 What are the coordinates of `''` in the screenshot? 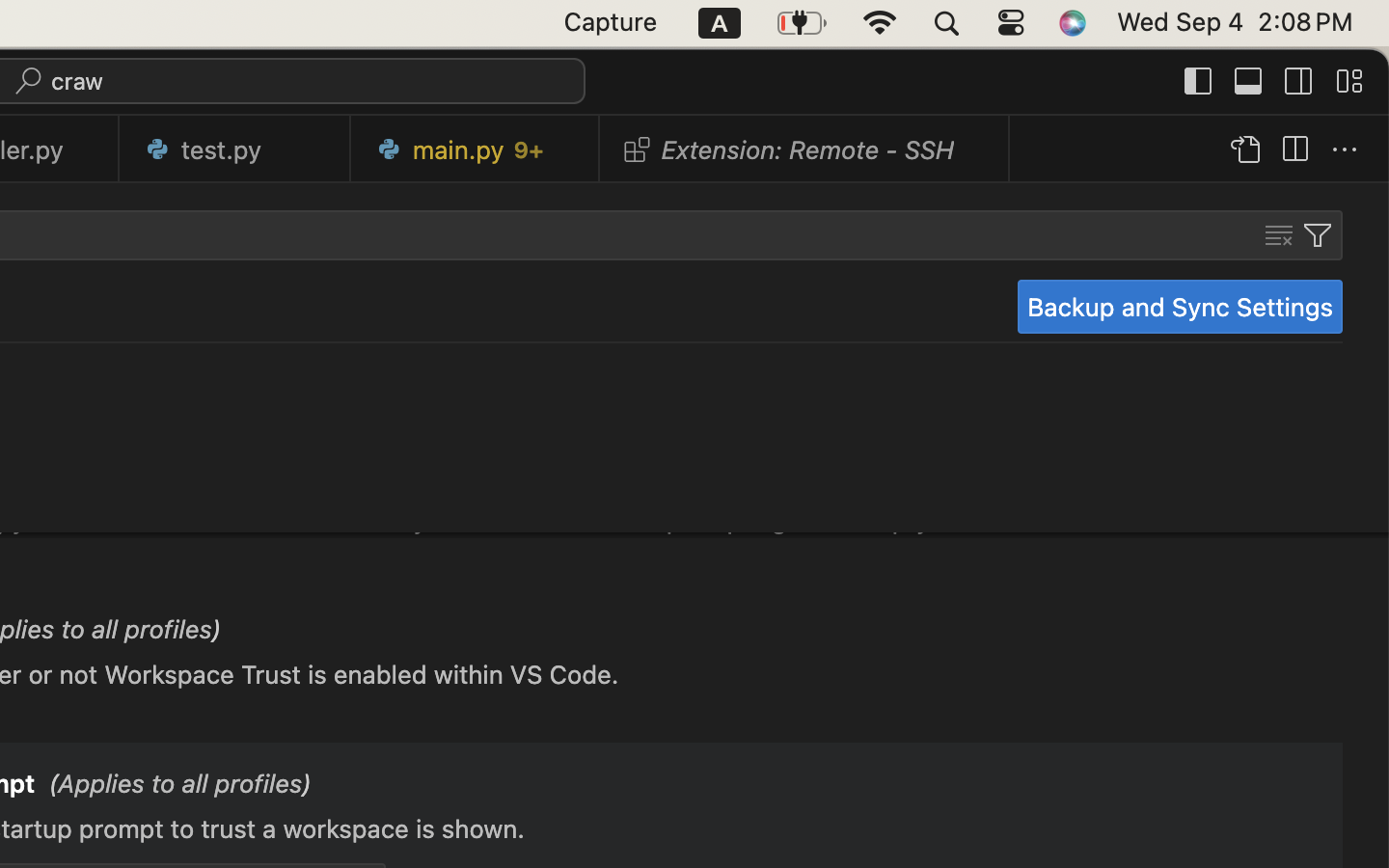 It's located at (1248, 79).